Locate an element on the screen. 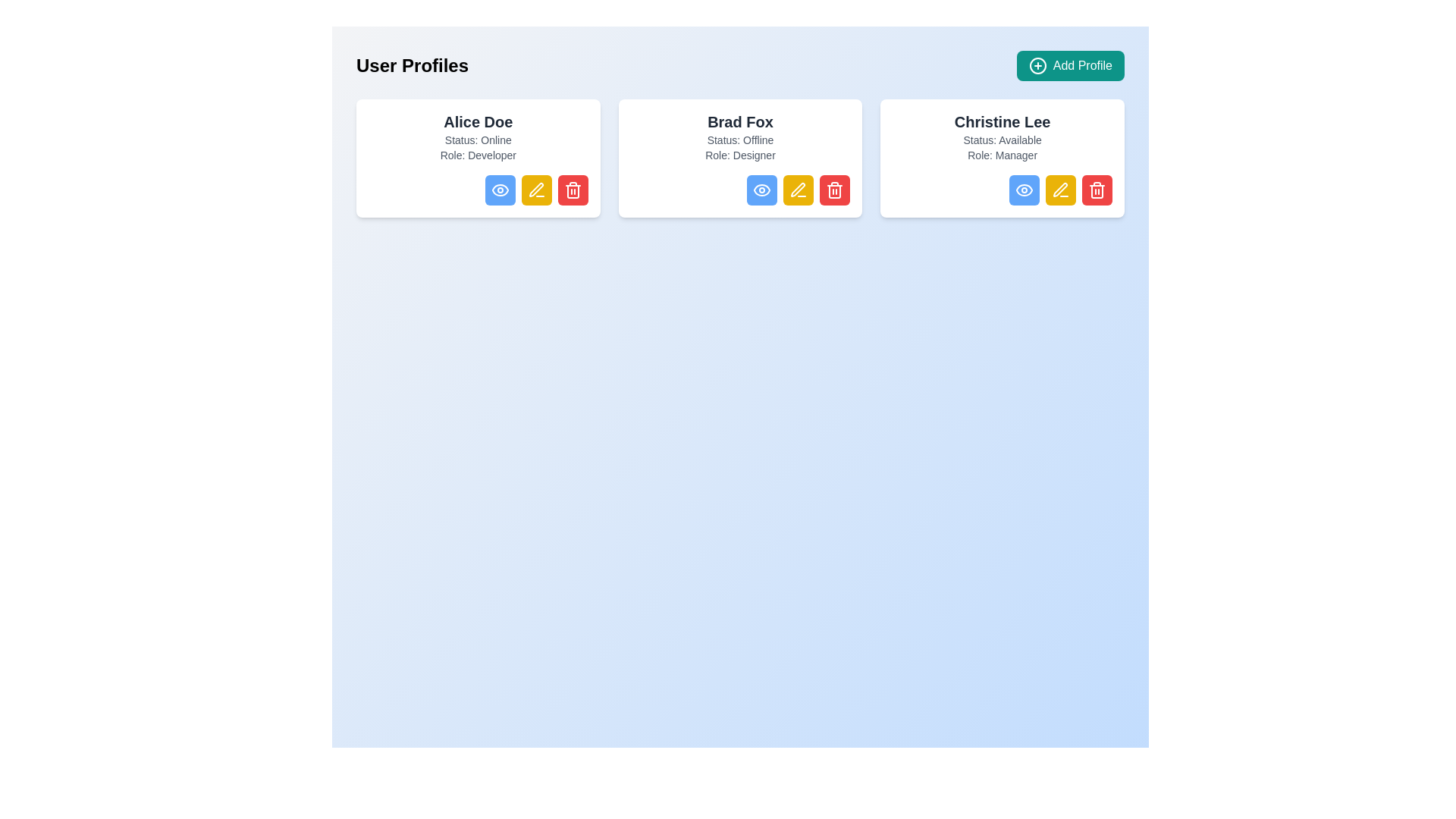 The image size is (1456, 819). the user profile card displaying information about 'Christine Lee' in the top right corner of the grid, which includes action buttons for viewing, editing, and deleting the profile is located at coordinates (1003, 158).